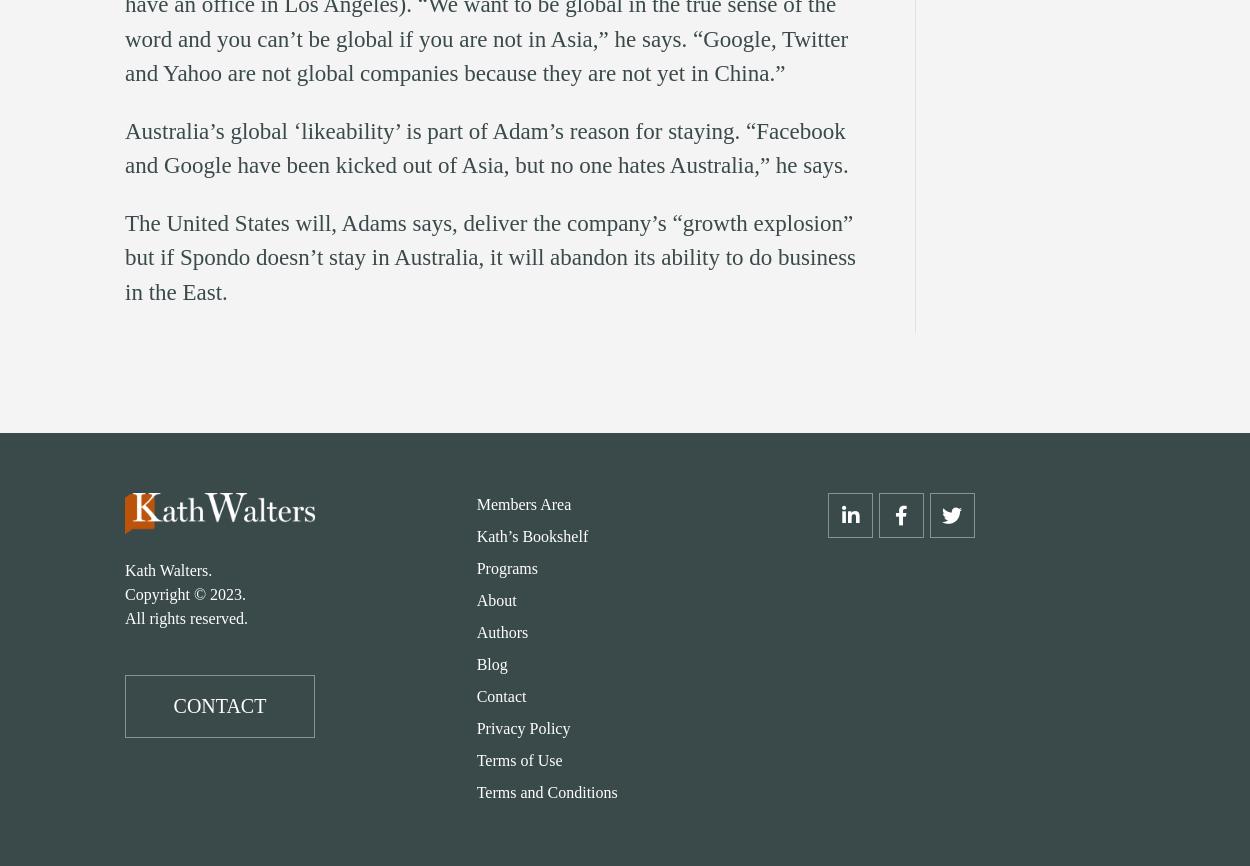 Image resolution: width=1250 pixels, height=866 pixels. I want to click on 'Members Area', so click(523, 504).